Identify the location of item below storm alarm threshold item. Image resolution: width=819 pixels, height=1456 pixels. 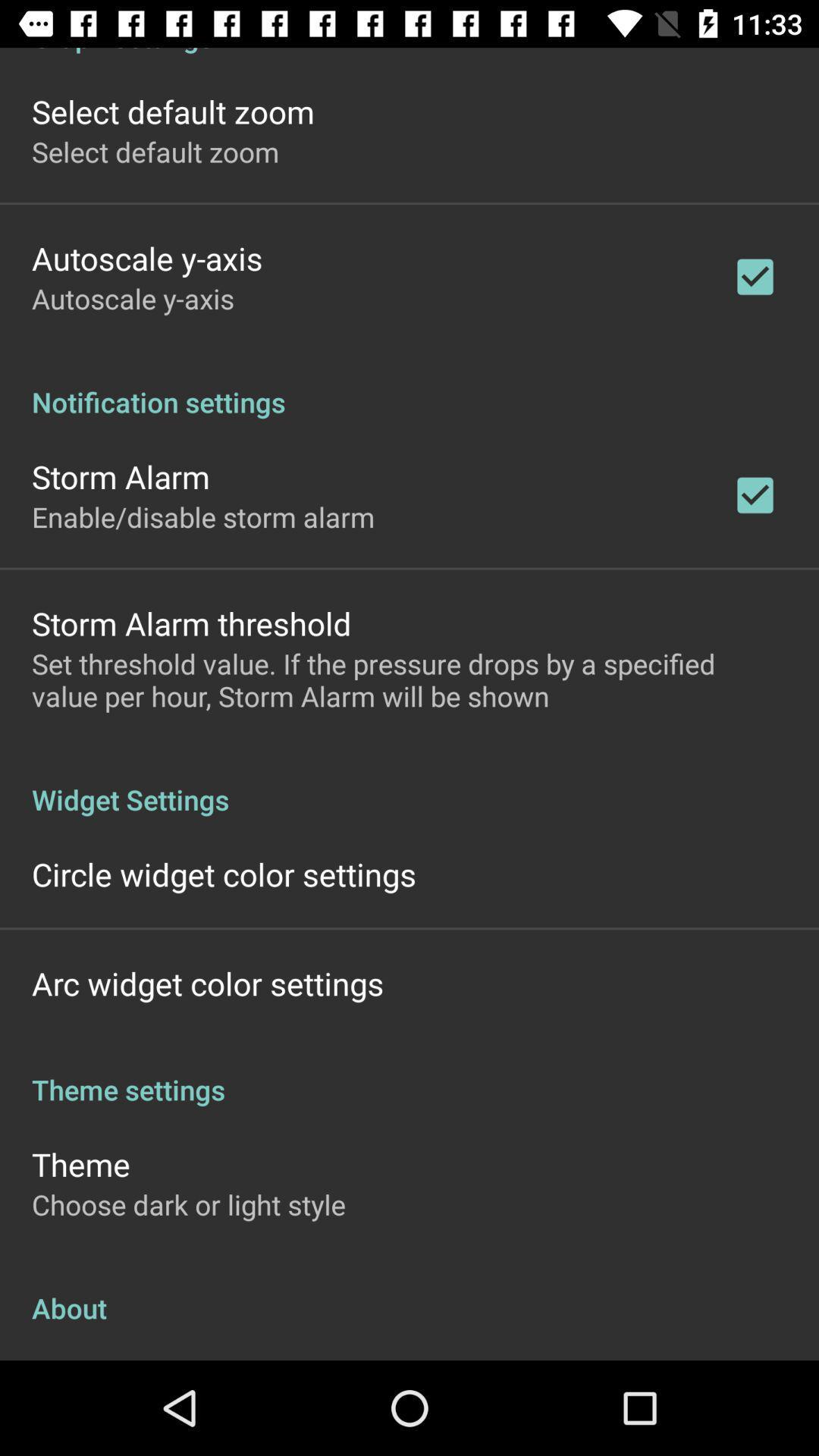
(409, 679).